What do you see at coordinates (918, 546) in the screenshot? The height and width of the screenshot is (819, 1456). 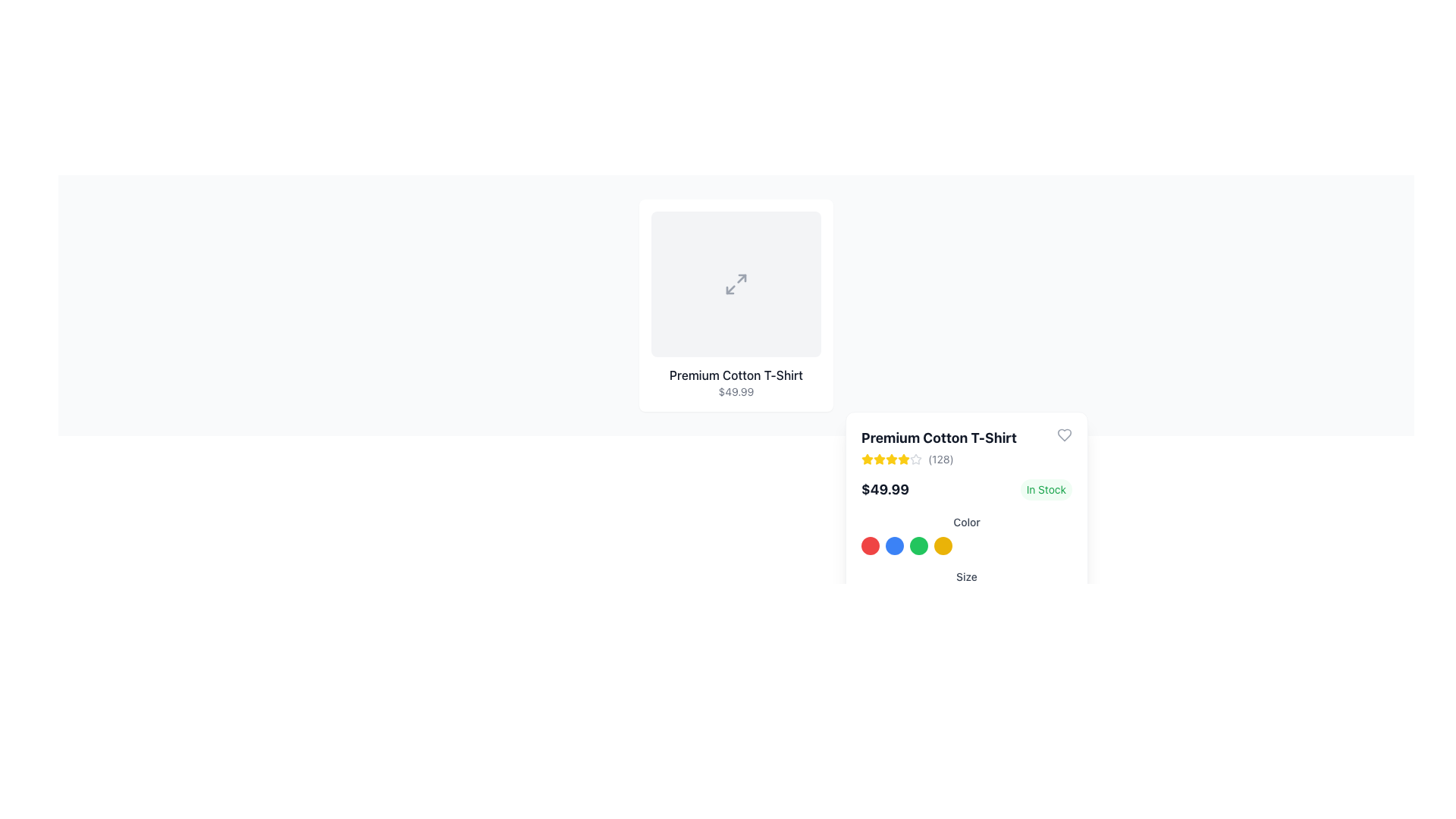 I see `the small circular icon with a green background` at bounding box center [918, 546].